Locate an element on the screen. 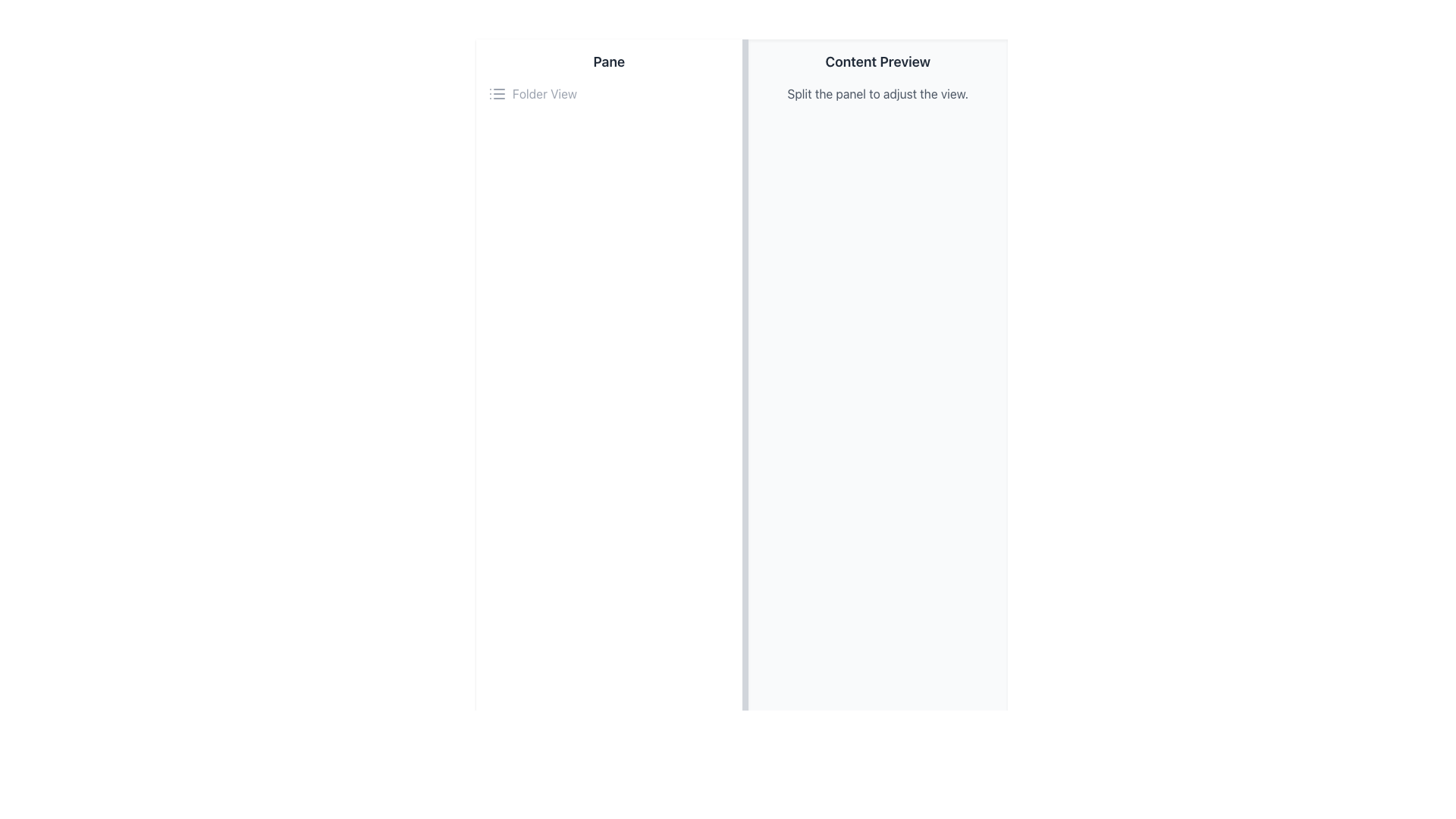 This screenshot has height=819, width=1456. the list icon located next to the 'Folder View' label in the left panel, which consists of three horizontal lines with circles on the left is located at coordinates (497, 93).